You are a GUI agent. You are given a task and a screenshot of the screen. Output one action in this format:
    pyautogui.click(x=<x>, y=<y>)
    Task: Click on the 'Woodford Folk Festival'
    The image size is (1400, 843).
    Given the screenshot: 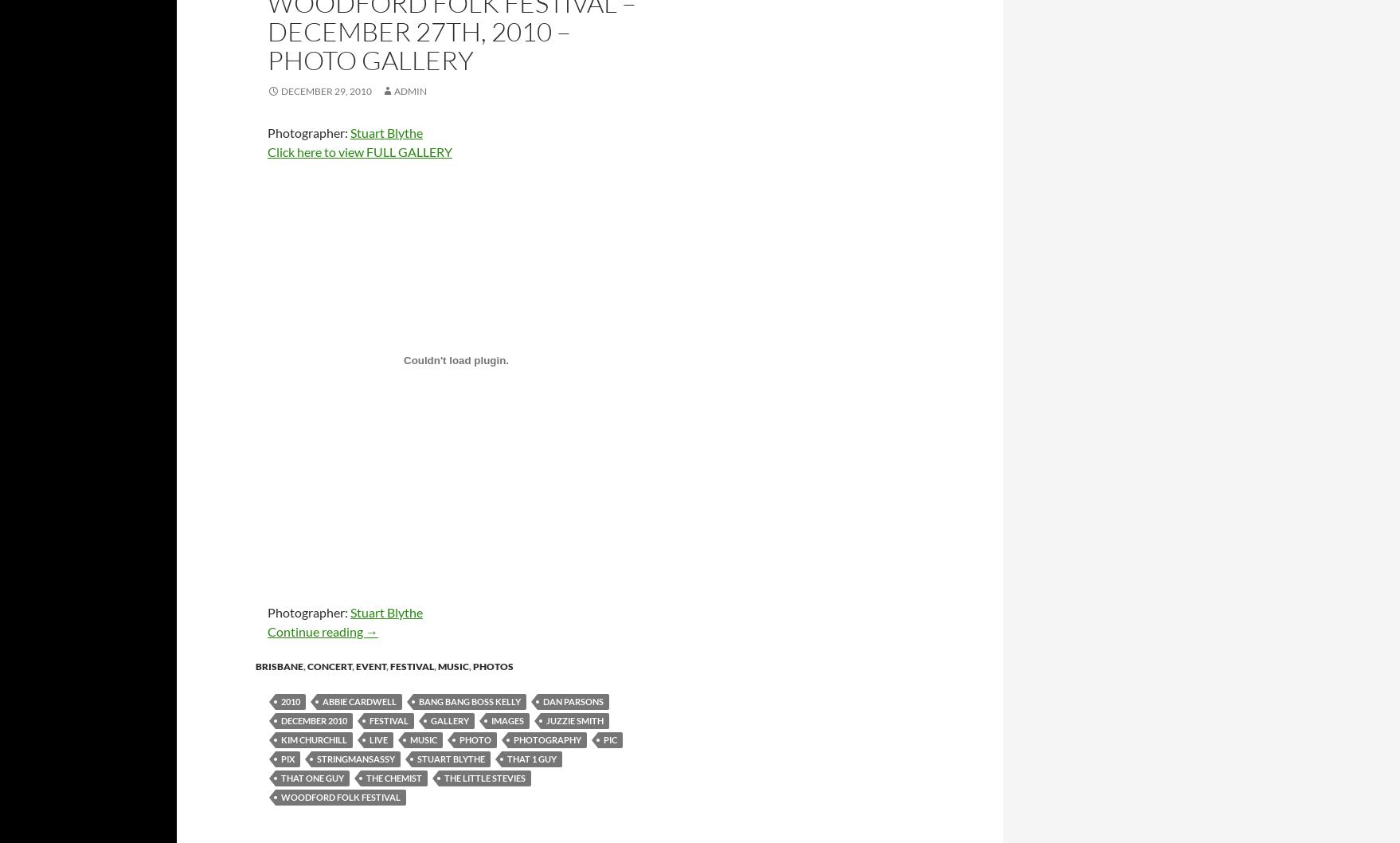 What is the action you would take?
    pyautogui.click(x=341, y=795)
    